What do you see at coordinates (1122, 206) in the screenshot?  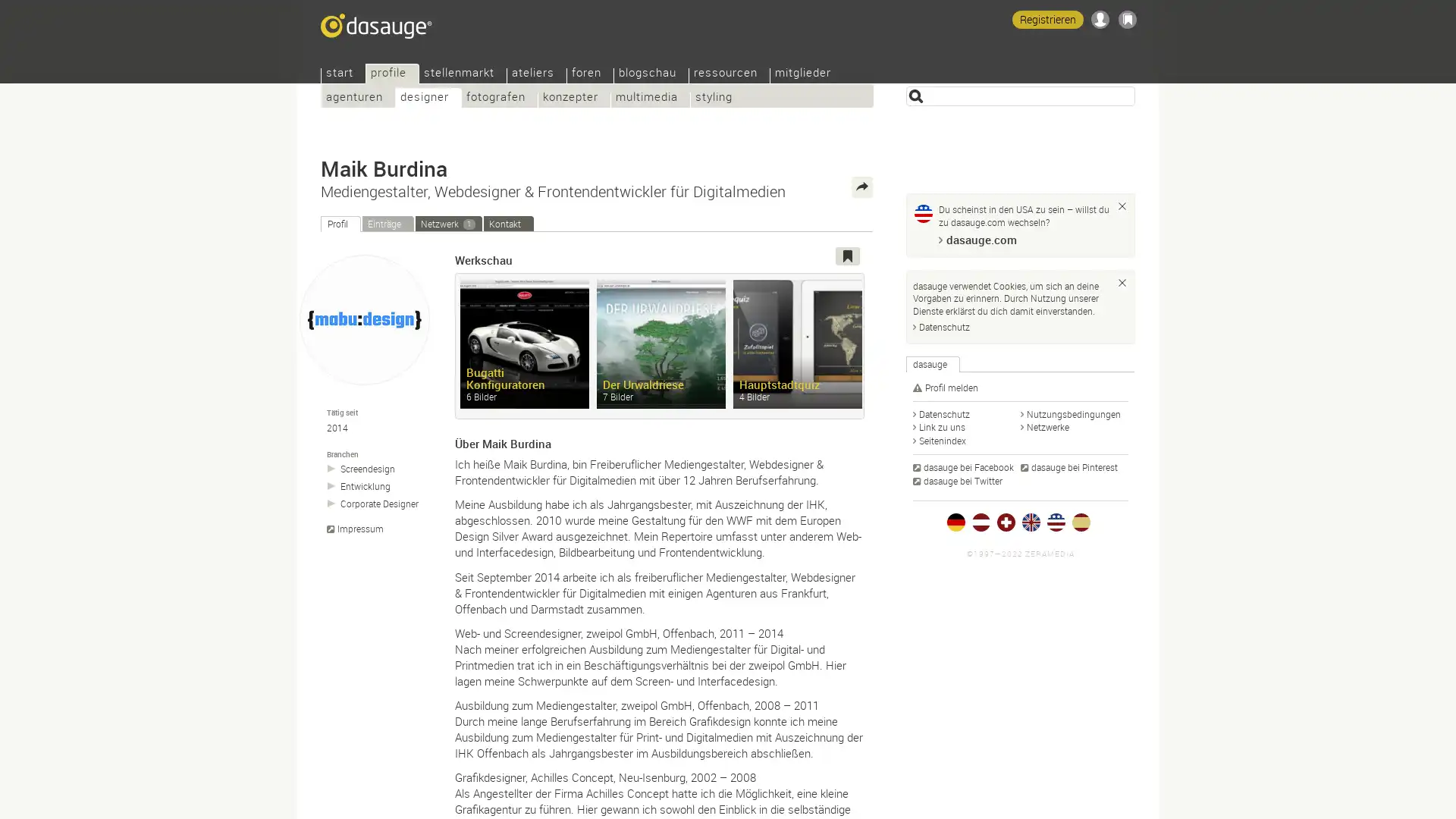 I see `Ich wei` at bounding box center [1122, 206].